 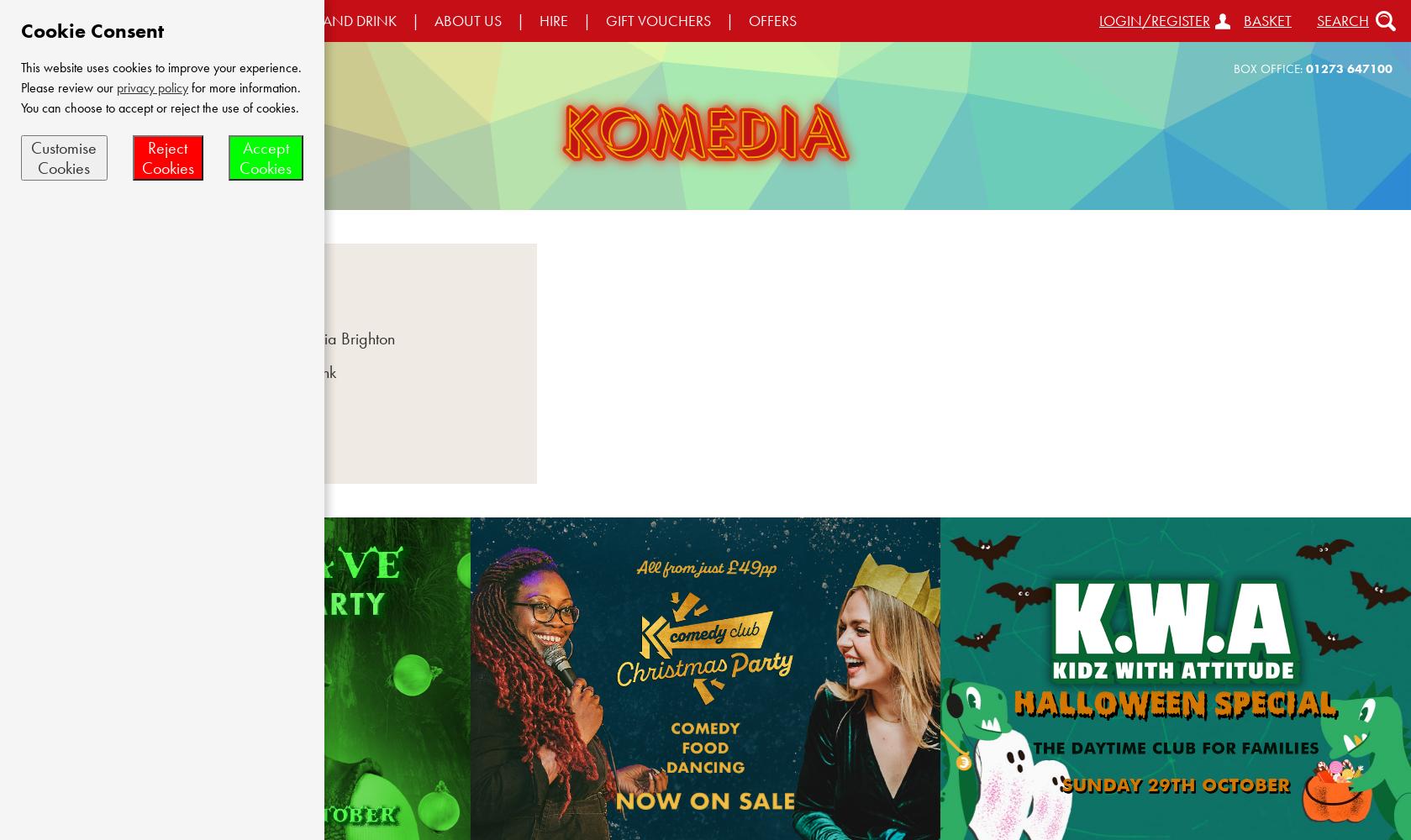 I want to click on 'privacy policy', so click(x=117, y=87).